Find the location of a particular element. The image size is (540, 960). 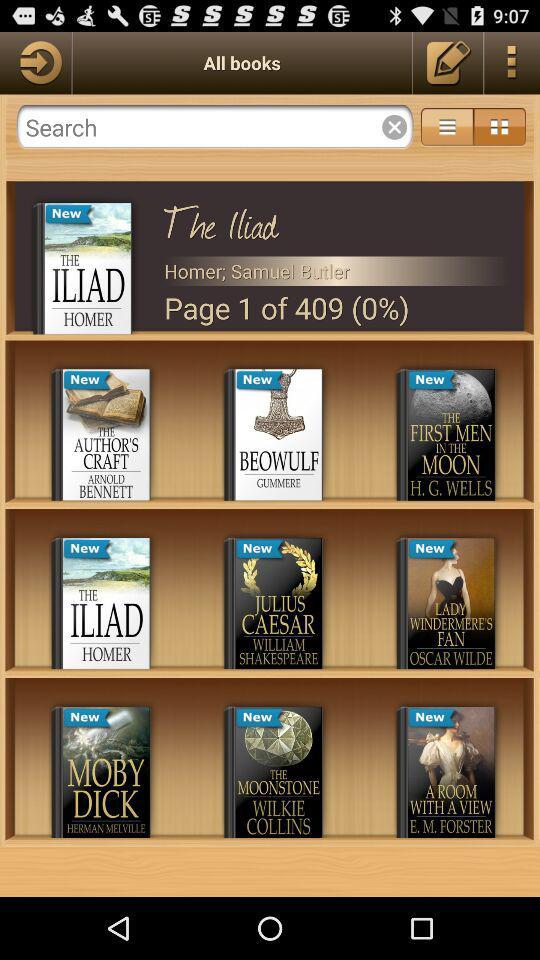

the iliad is located at coordinates (336, 219).